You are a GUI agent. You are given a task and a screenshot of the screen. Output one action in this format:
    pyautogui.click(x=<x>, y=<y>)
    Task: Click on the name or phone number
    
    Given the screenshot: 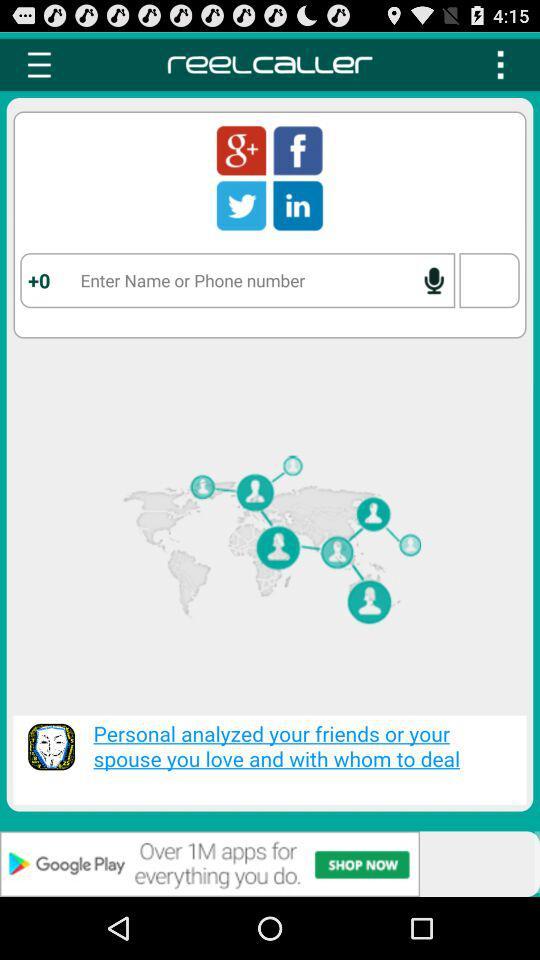 What is the action you would take?
    pyautogui.click(x=237, y=279)
    